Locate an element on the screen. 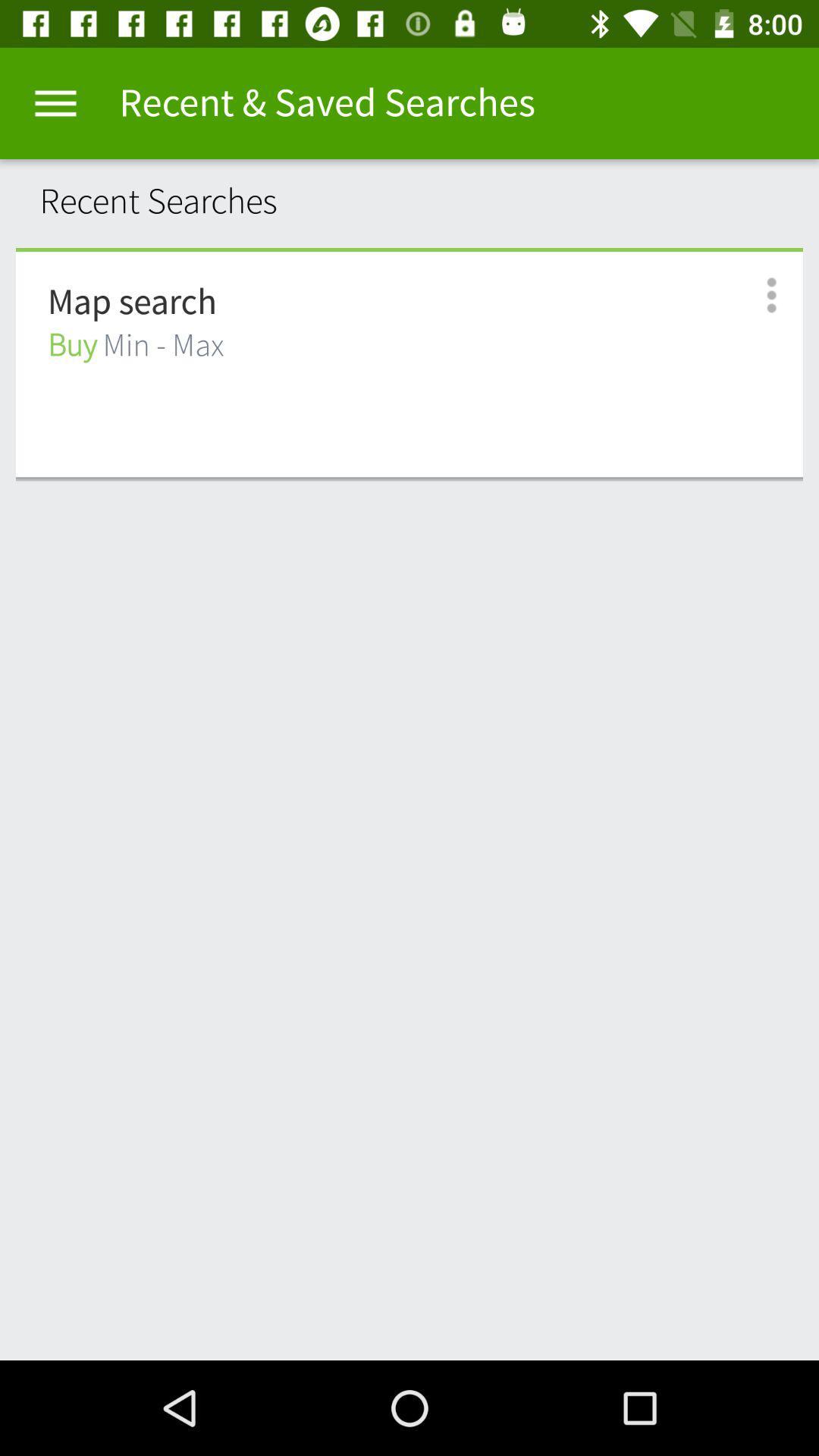  menu toggle is located at coordinates (55, 102).